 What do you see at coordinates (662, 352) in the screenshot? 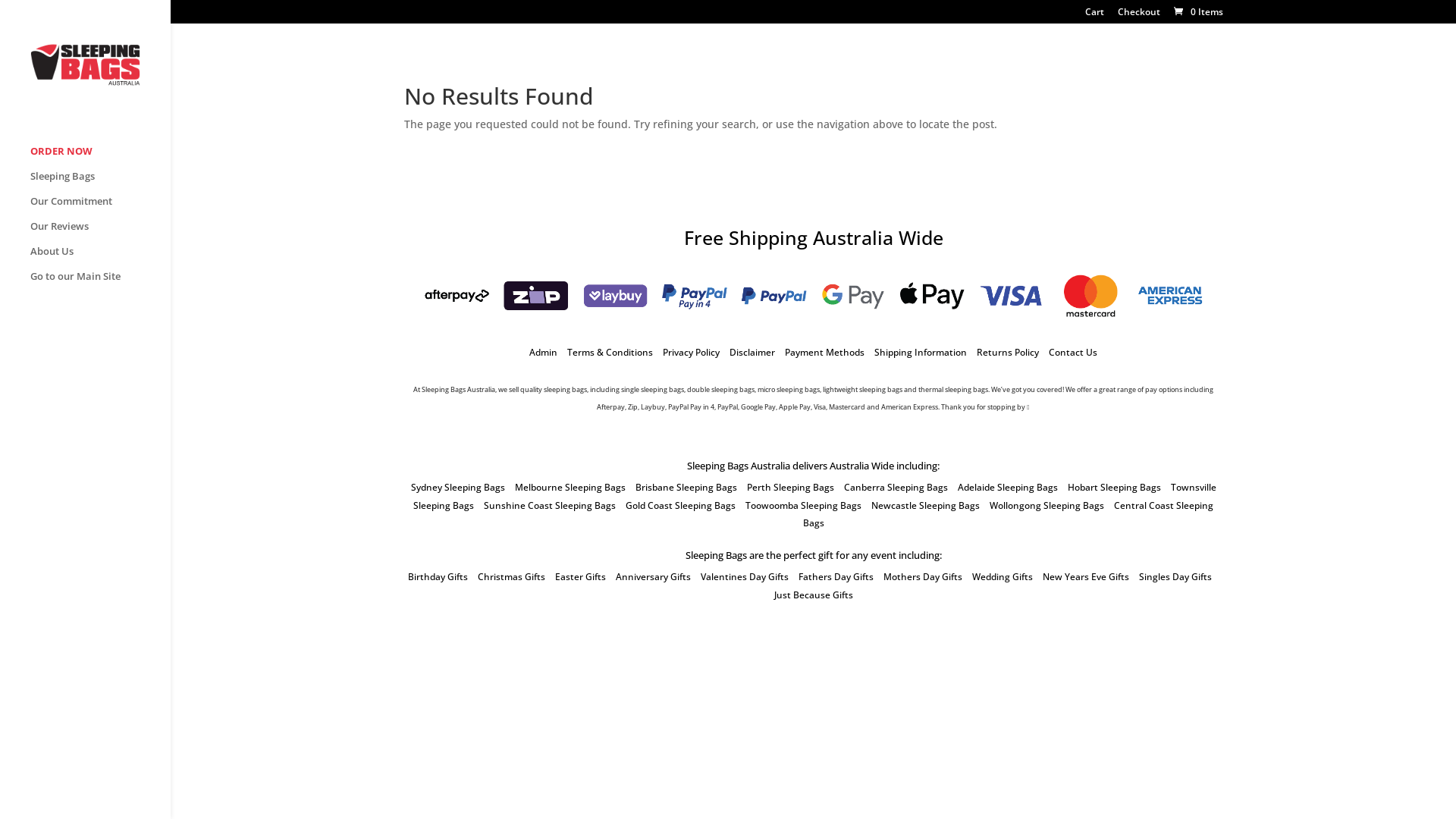
I see `'Privacy Policy'` at bounding box center [662, 352].